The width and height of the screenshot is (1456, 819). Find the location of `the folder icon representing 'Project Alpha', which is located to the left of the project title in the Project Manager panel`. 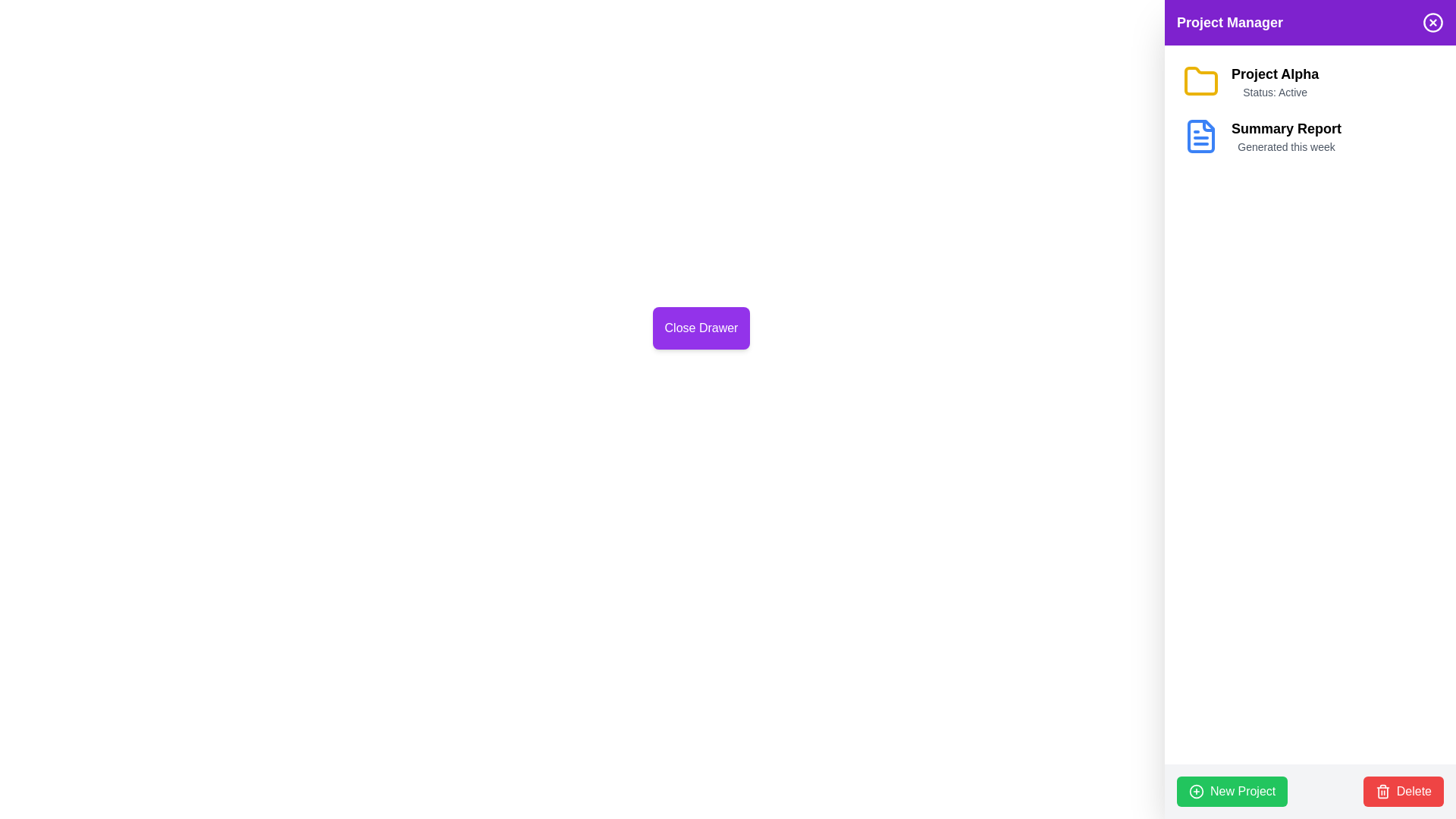

the folder icon representing 'Project Alpha', which is located to the left of the project title in the Project Manager panel is located at coordinates (1200, 81).